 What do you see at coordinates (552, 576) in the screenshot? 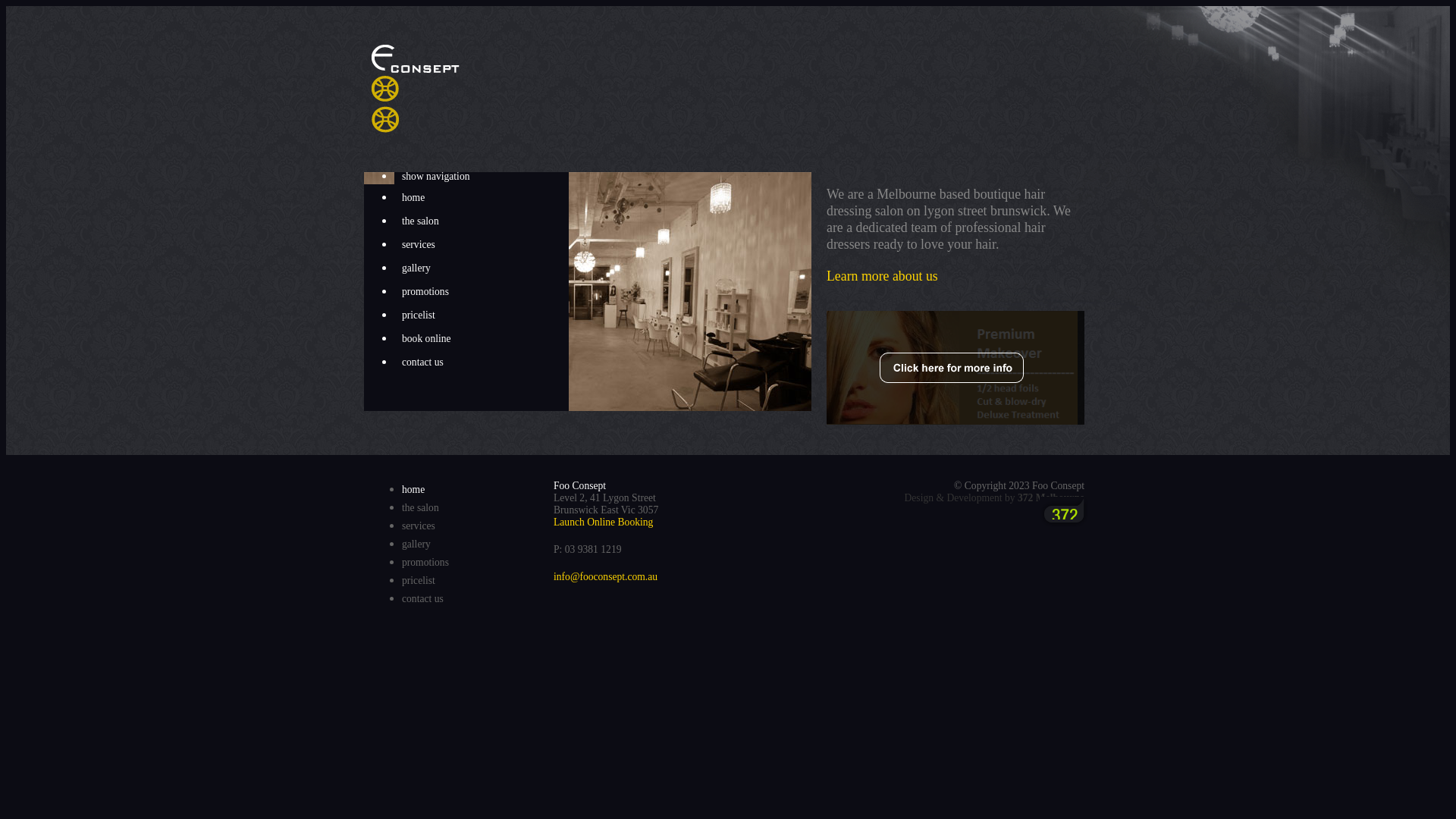
I see `'info@fooconsept.com.au'` at bounding box center [552, 576].